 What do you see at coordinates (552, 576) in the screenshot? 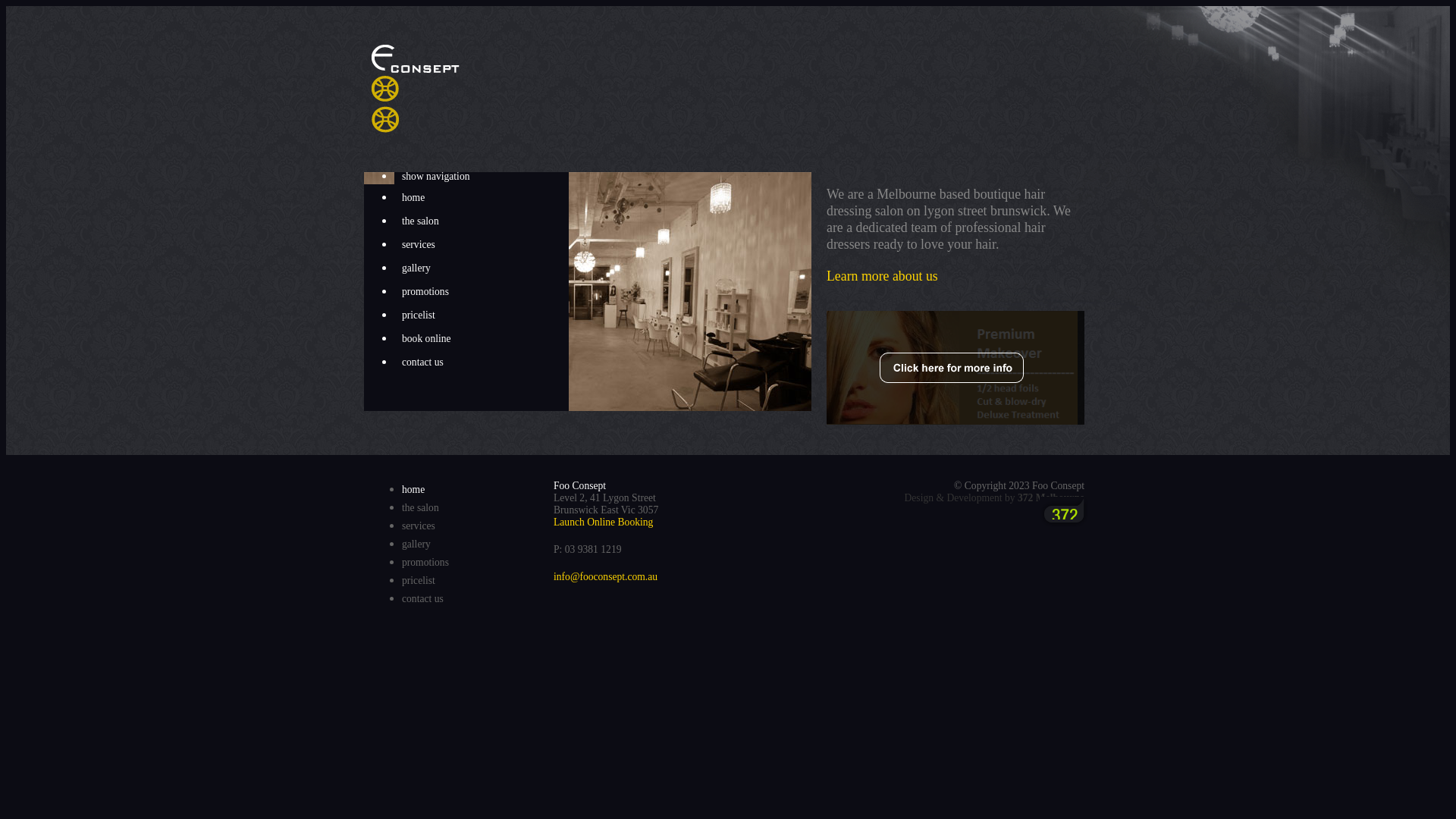
I see `'info@fooconsept.com.au'` at bounding box center [552, 576].